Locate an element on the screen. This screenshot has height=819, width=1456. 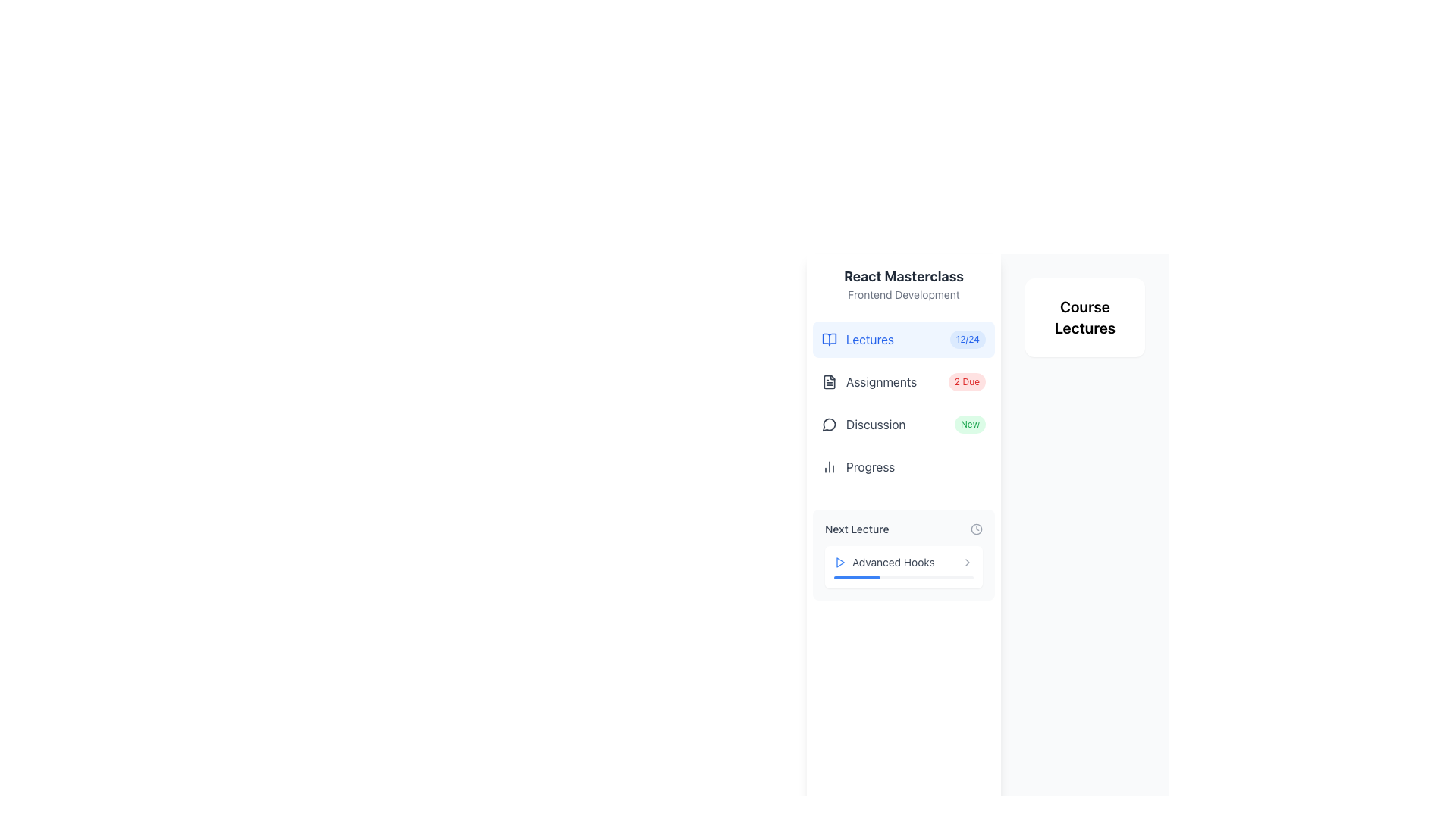
the 'Progress' navigation icon located in the top right sidebar, serving as a visual indicator for the progress section is located at coordinates (829, 466).